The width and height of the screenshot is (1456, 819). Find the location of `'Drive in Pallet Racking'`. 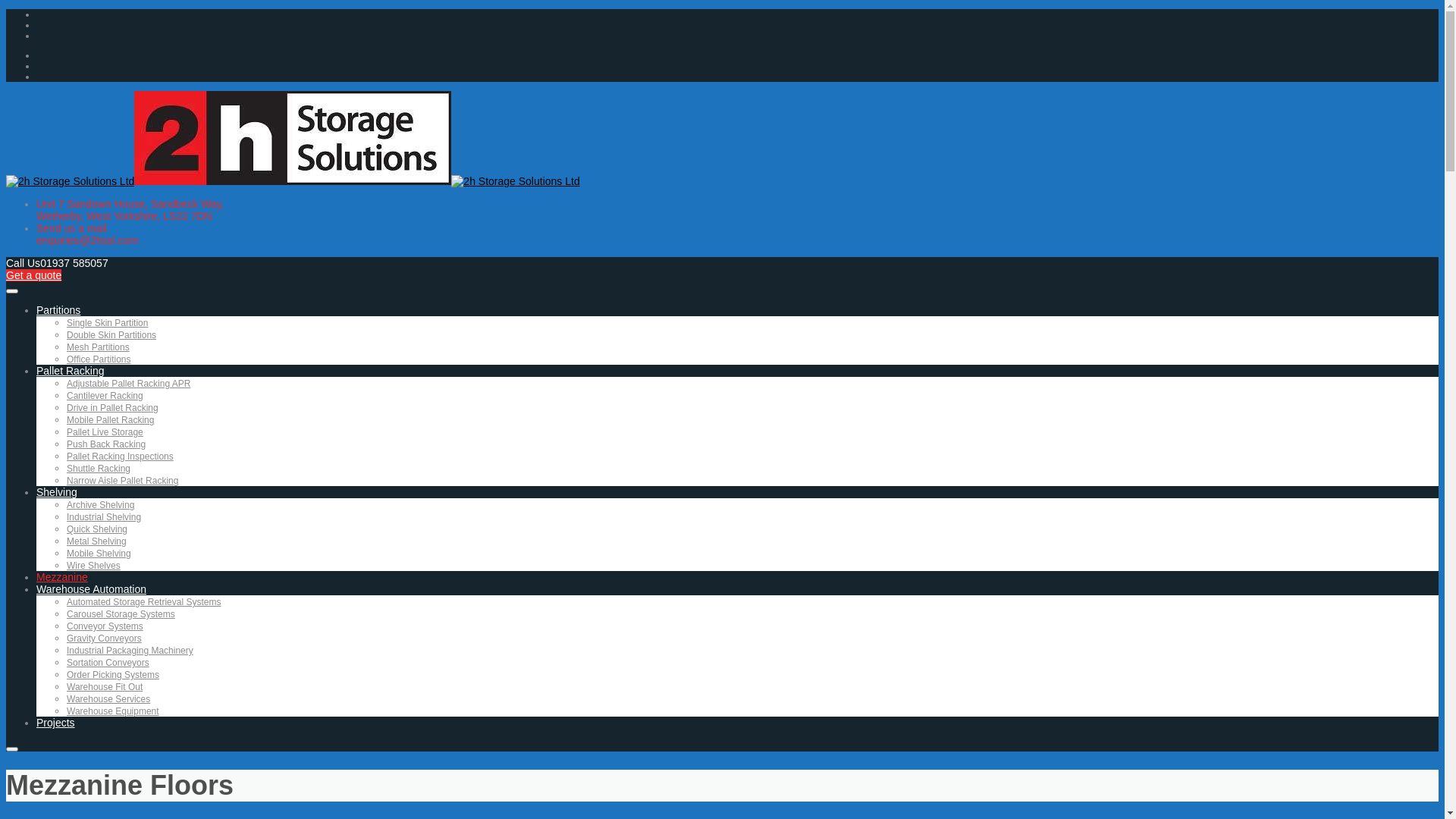

'Drive in Pallet Racking' is located at coordinates (111, 406).